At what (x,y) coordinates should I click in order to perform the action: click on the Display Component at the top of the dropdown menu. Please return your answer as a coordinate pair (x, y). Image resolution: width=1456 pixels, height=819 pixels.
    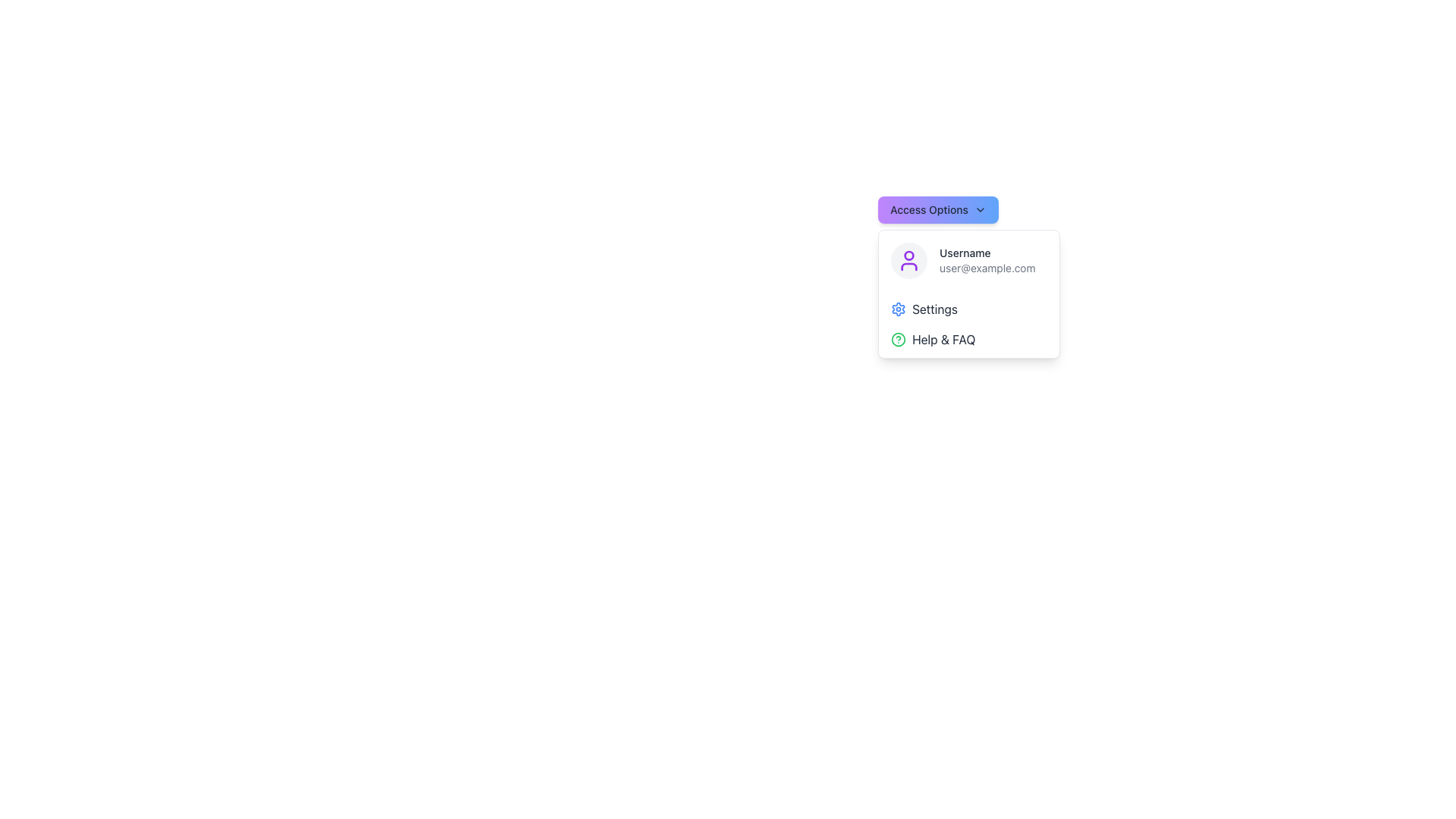
    Looking at the image, I should click on (968, 259).